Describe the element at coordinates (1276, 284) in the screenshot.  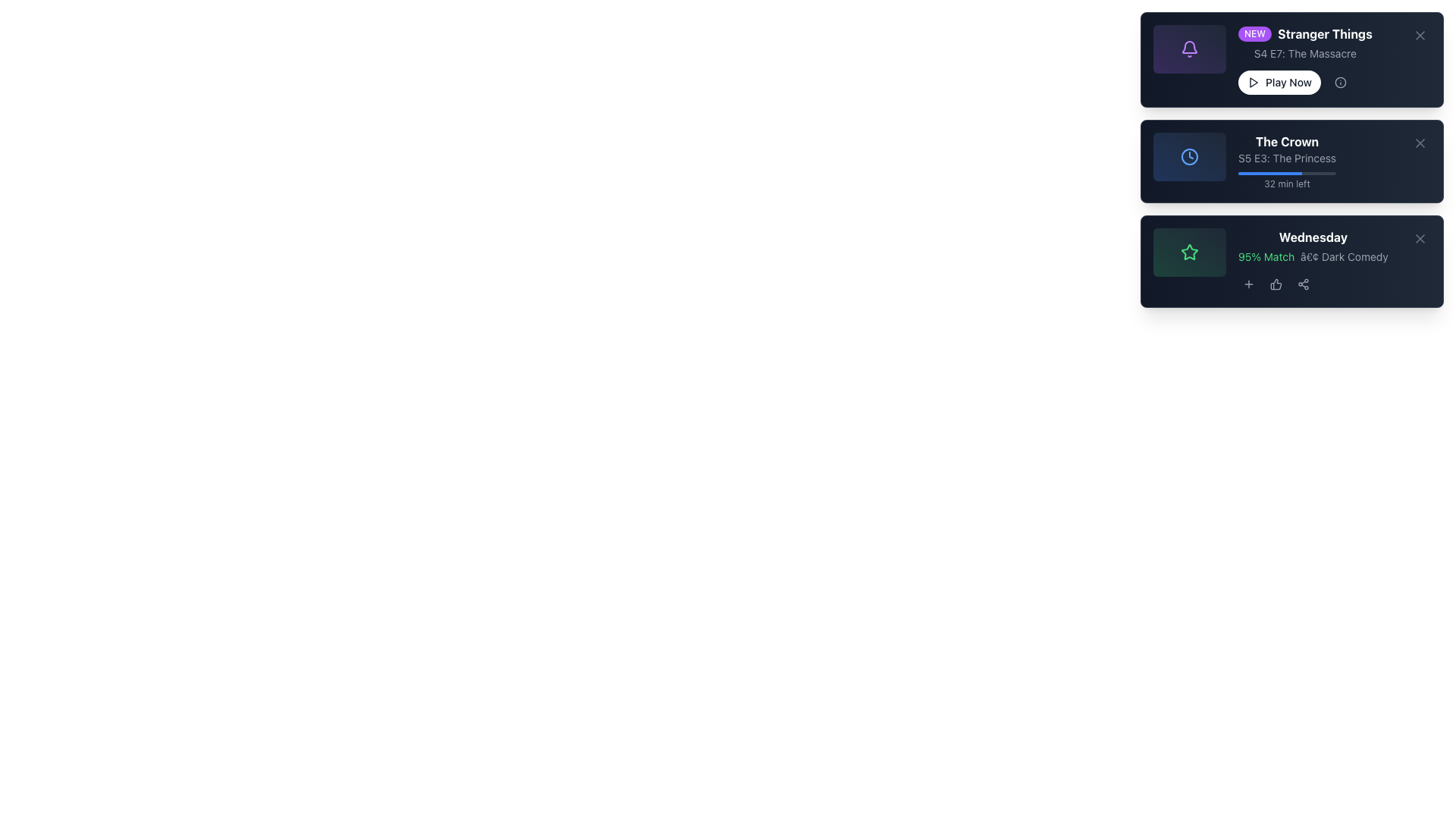
I see `the thumbs-up icon located in the bottom-right corner of the Wednesday card to like` at that location.